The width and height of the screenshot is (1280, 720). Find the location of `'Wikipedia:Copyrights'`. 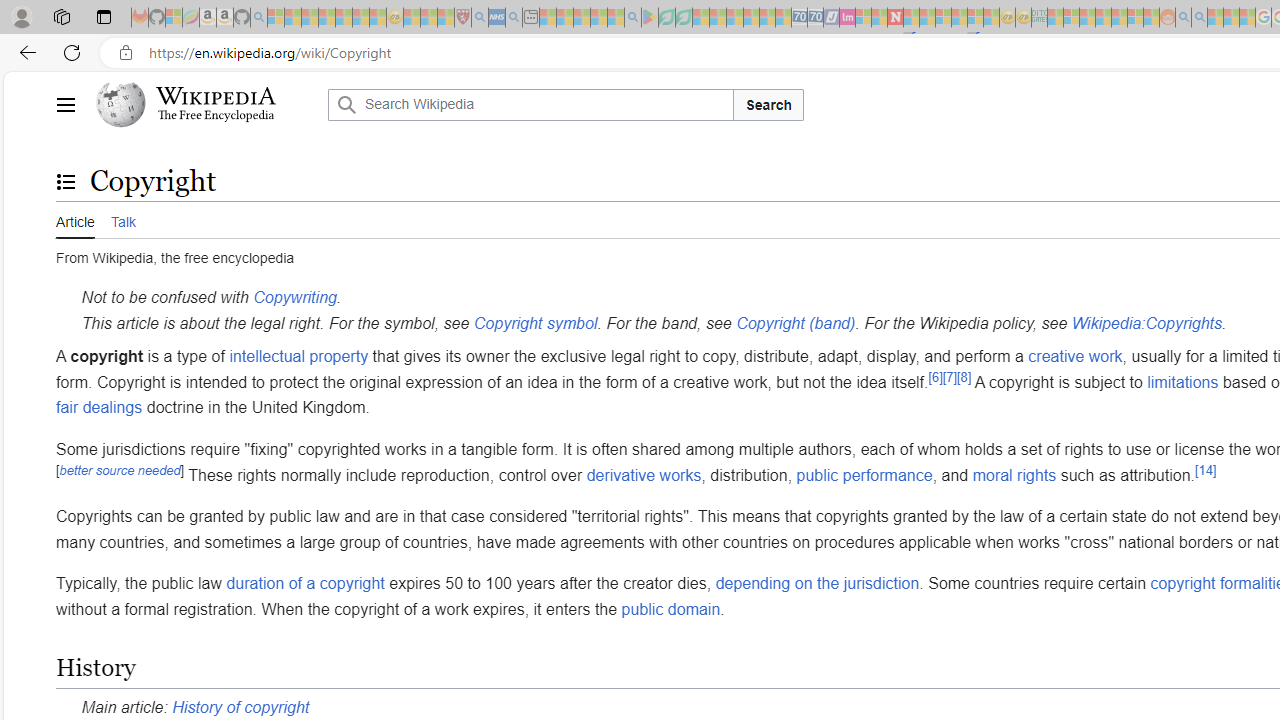

'Wikipedia:Copyrights' is located at coordinates (1146, 321).